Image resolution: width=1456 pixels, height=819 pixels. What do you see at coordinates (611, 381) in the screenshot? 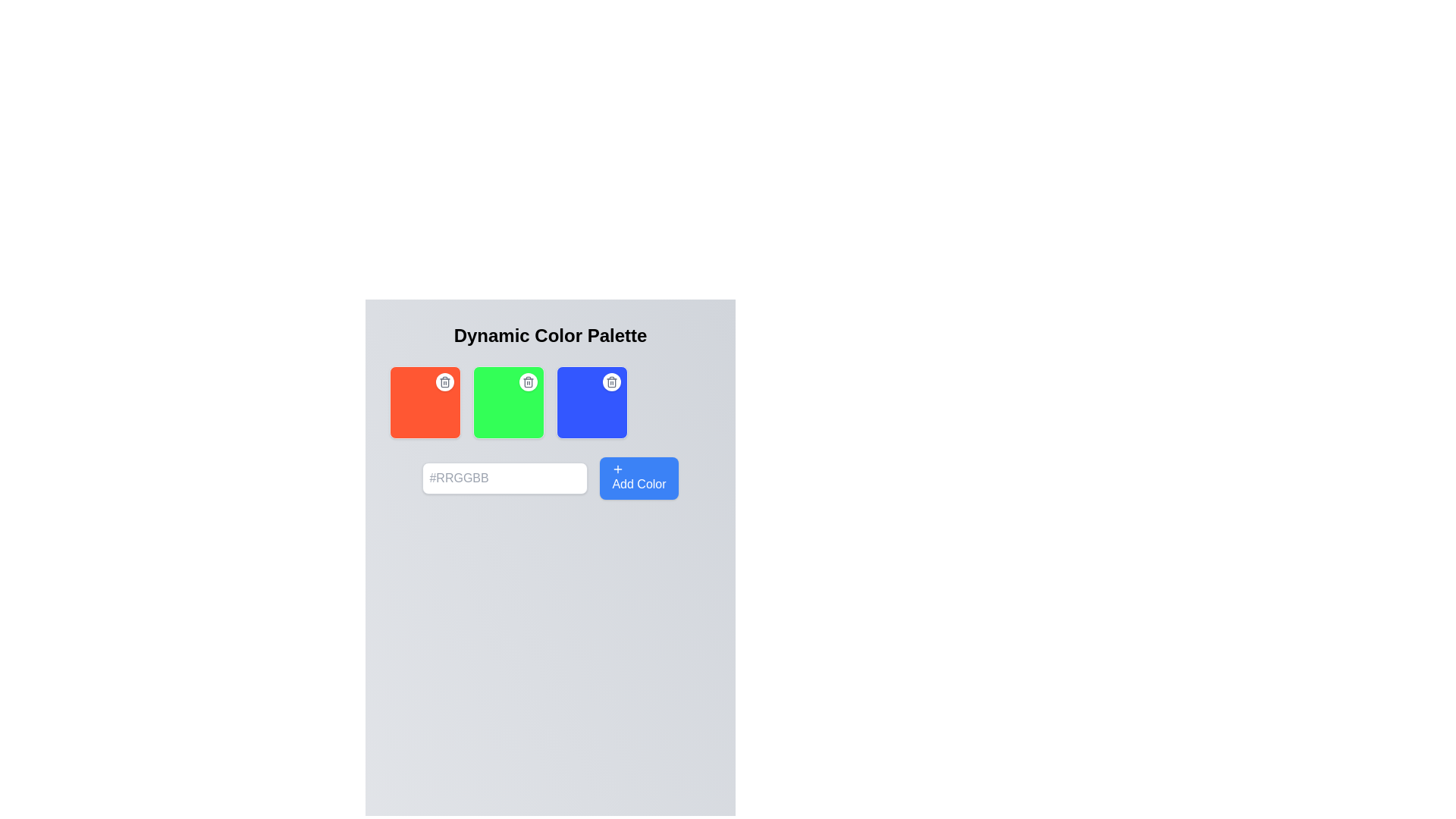
I see `the trash bin icon, which is the third icon within the color cards located at the top-right corner of the blue color card` at bounding box center [611, 381].